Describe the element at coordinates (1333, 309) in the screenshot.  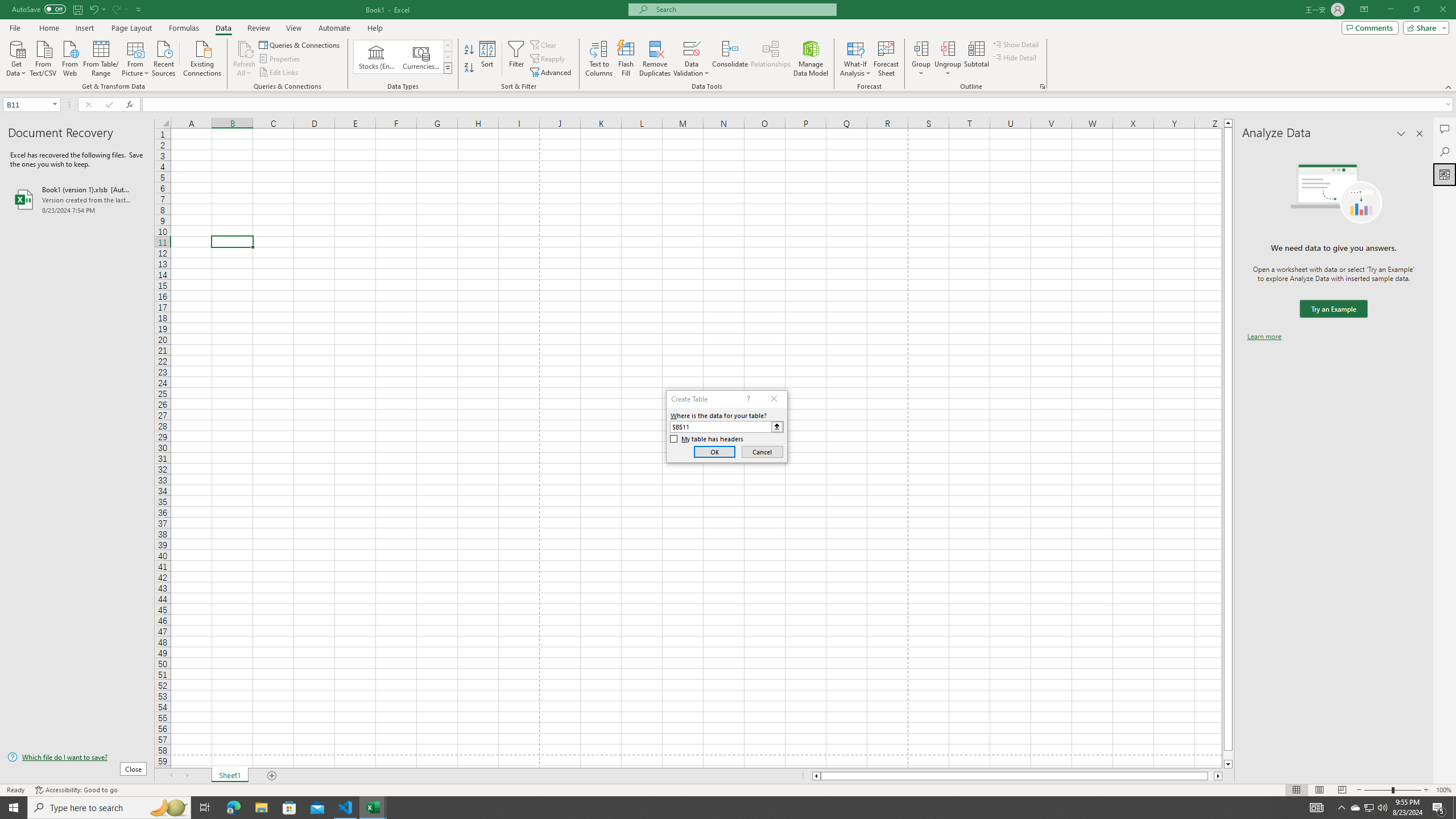
I see `'We need data to give you answers. Try an Example'` at that location.